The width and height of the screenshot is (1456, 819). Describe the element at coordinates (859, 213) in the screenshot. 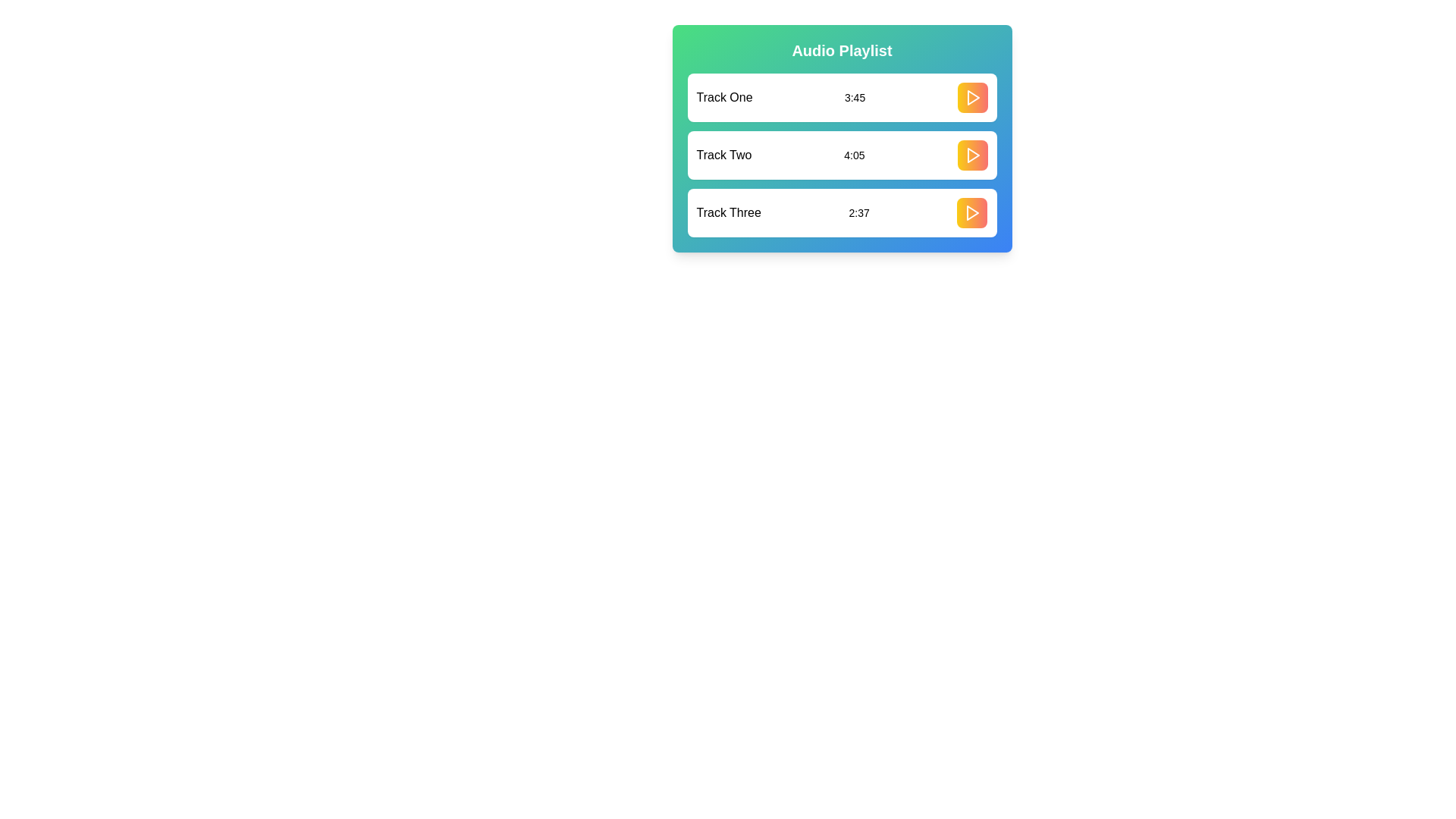

I see `the duration text label for 'Track Three' in the audio playlist, which indicates the length of the audio track` at that location.